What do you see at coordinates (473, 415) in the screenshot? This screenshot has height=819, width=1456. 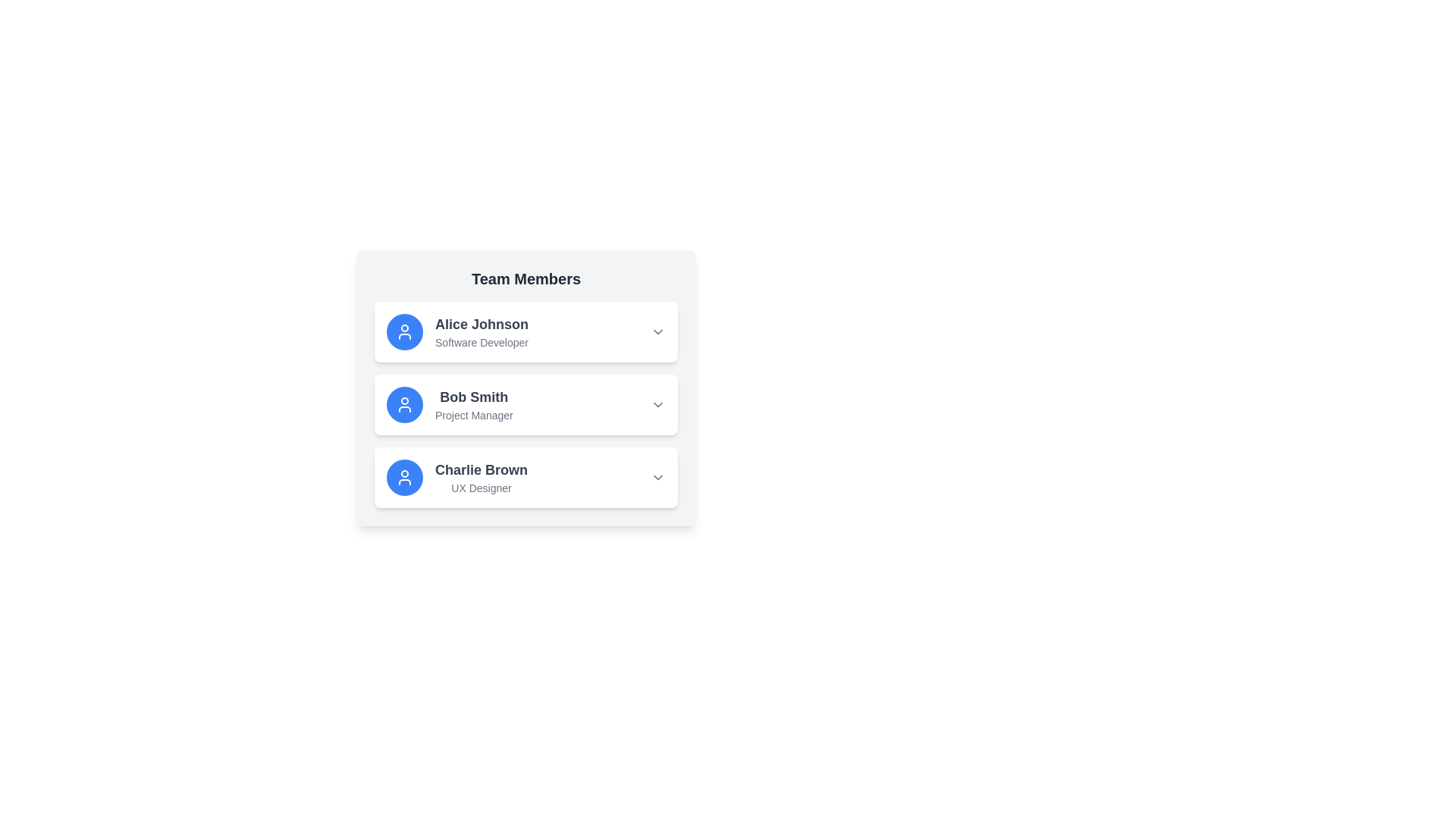 I see `the text label describing the role or position of 'Bob Smith' in the team structure, located in the second row of the 'Team Members' list, below 'Bob Smith' and to the right of an icon` at bounding box center [473, 415].